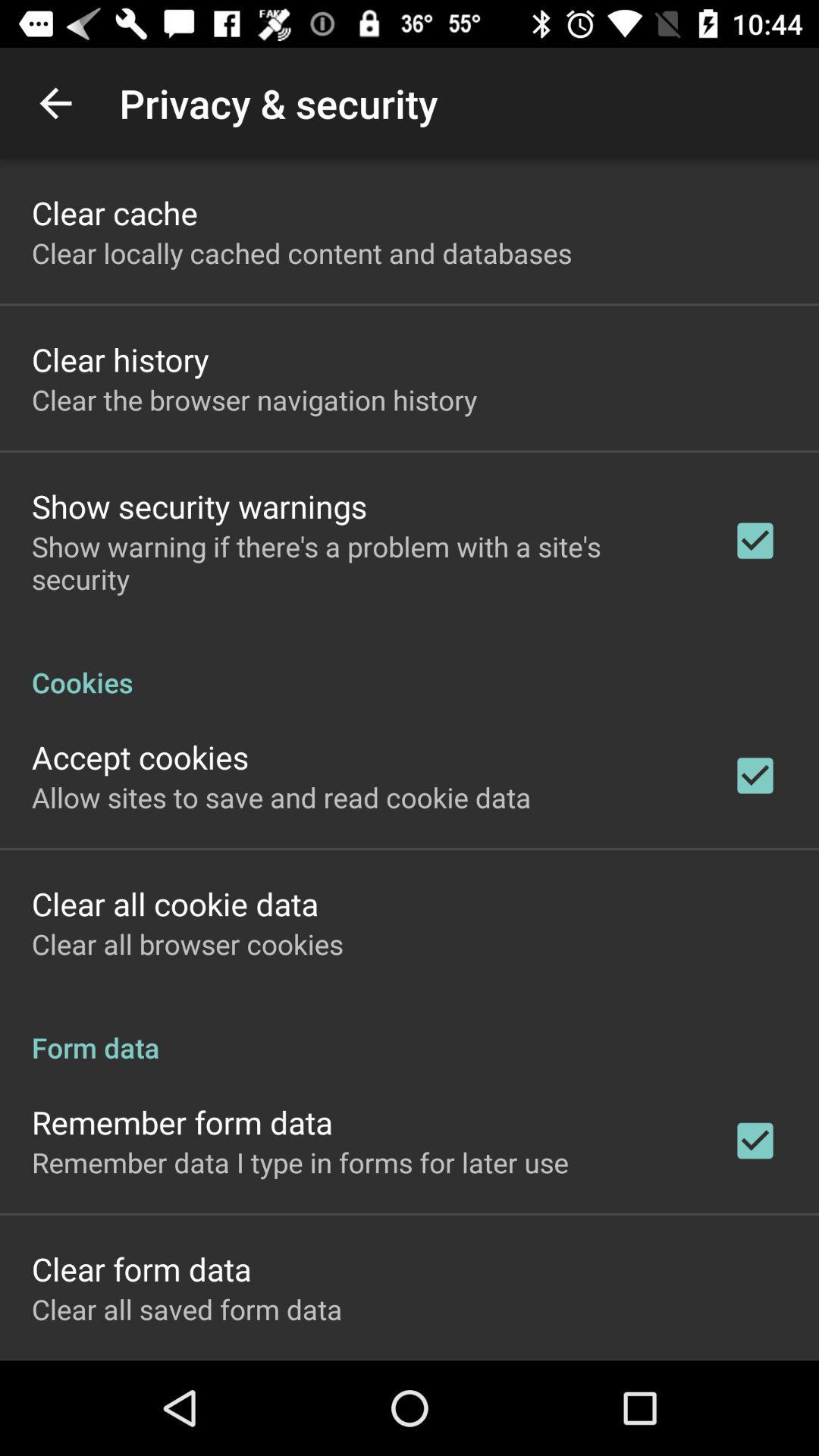 This screenshot has height=1456, width=819. I want to click on item above clear cache icon, so click(55, 102).